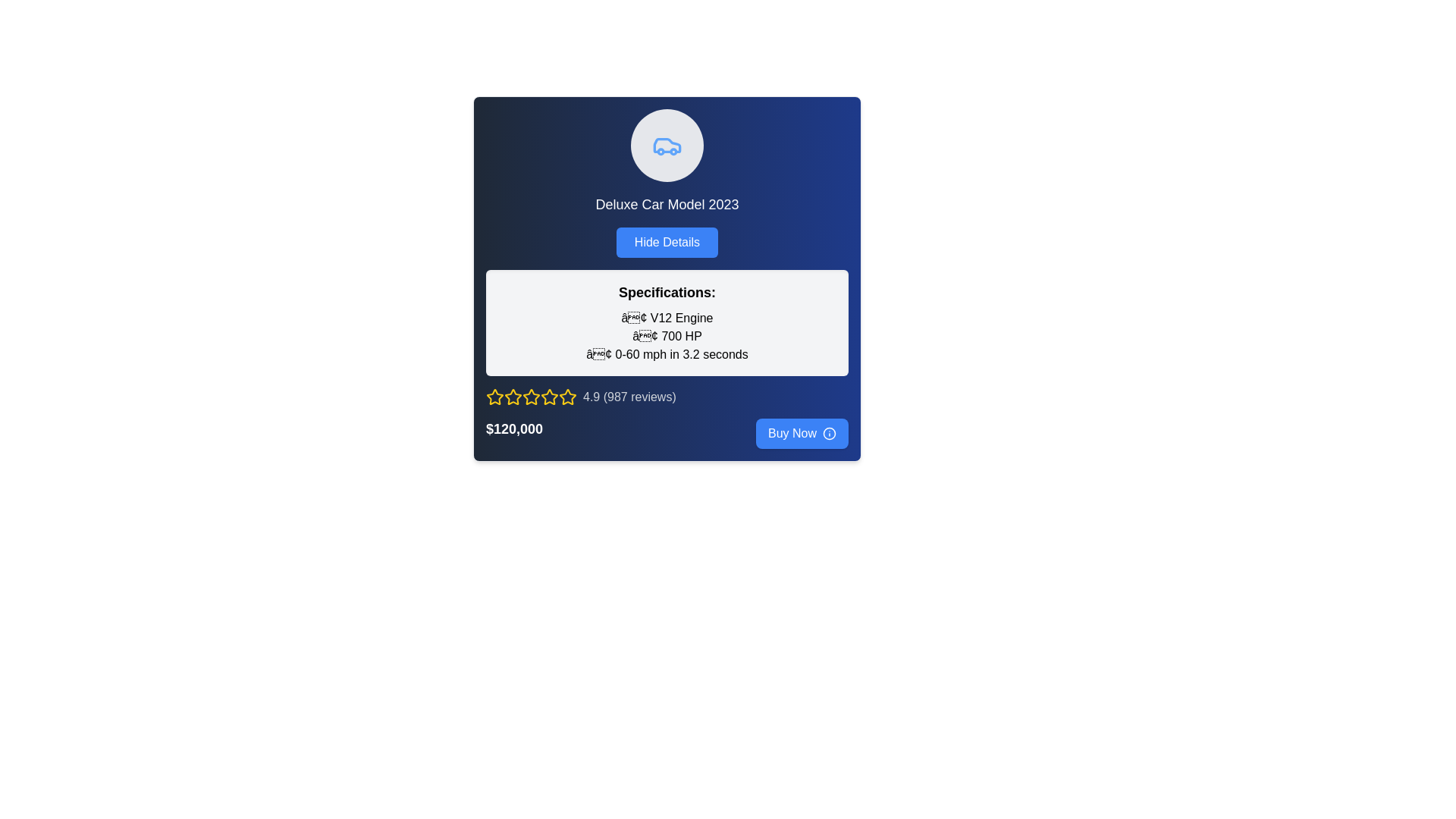 This screenshot has height=819, width=1456. I want to click on the rating display section that shows five yellow stars, a rating score of '4.9', and '(987 reviews)', located above the price and 'Buy Now' button, so click(667, 397).